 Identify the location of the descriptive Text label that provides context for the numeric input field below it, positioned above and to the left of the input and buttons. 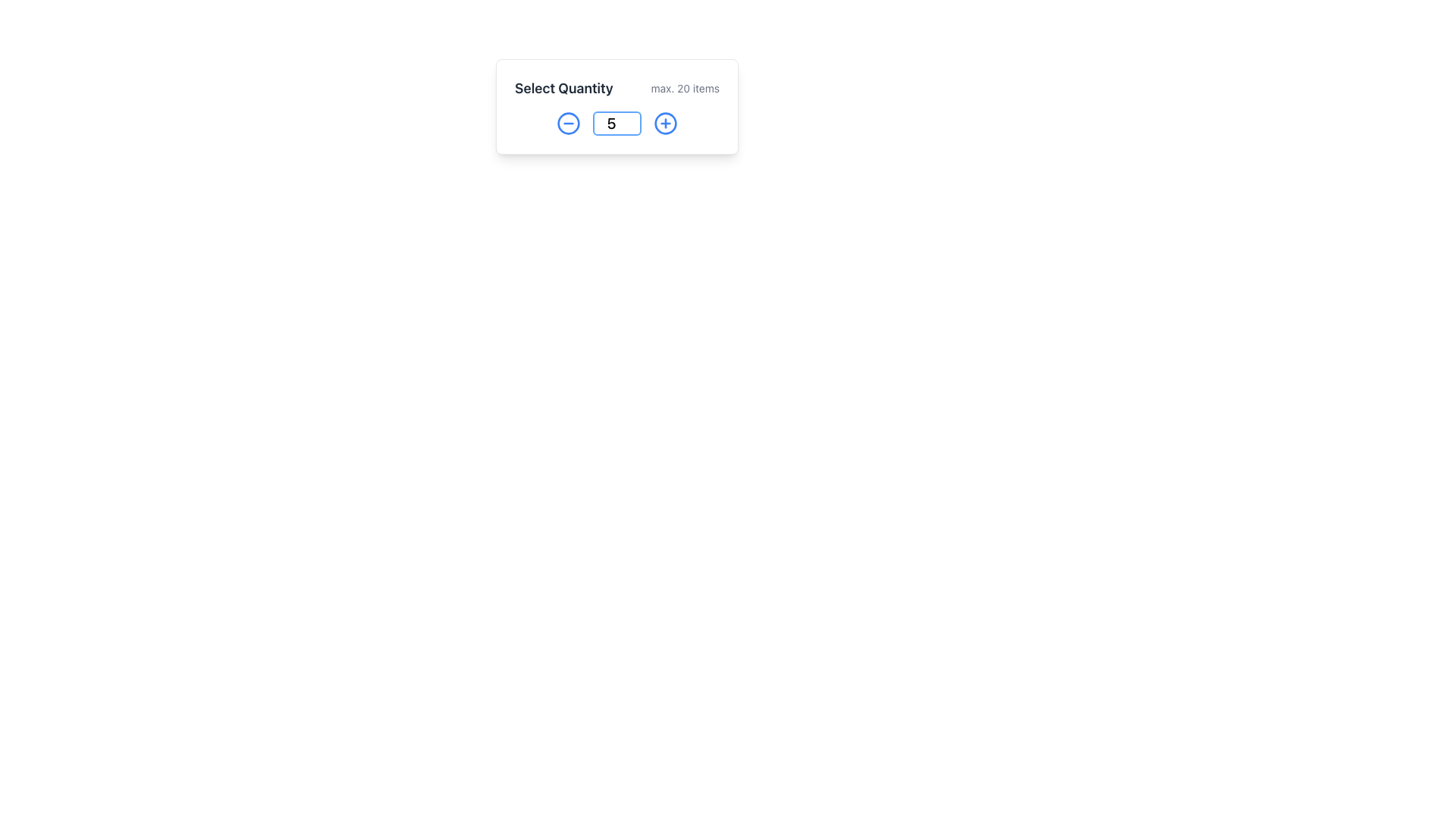
(563, 88).